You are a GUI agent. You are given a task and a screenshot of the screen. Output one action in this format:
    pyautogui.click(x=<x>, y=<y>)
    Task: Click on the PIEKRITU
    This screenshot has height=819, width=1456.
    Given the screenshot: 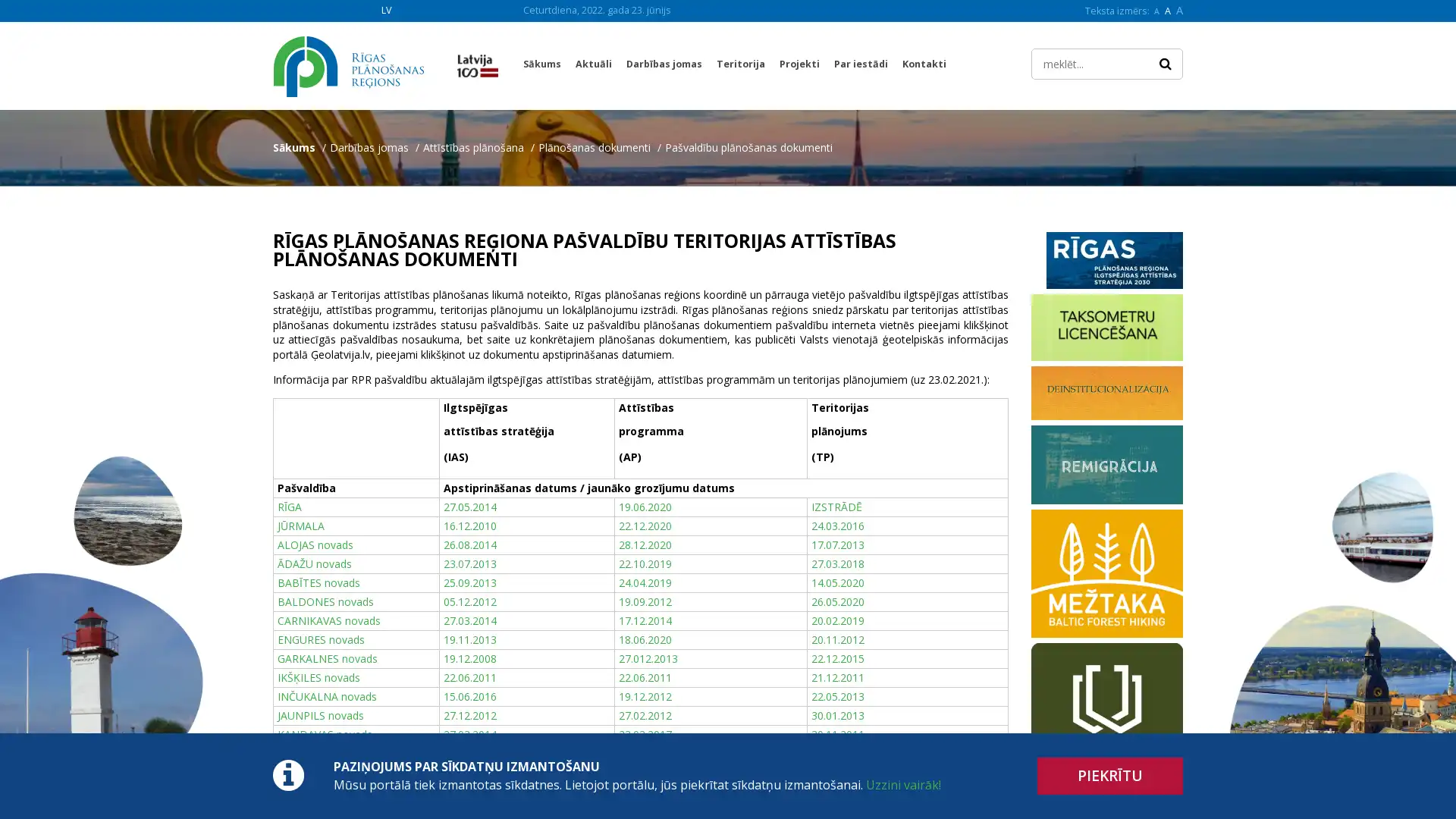 What is the action you would take?
    pyautogui.click(x=1110, y=776)
    